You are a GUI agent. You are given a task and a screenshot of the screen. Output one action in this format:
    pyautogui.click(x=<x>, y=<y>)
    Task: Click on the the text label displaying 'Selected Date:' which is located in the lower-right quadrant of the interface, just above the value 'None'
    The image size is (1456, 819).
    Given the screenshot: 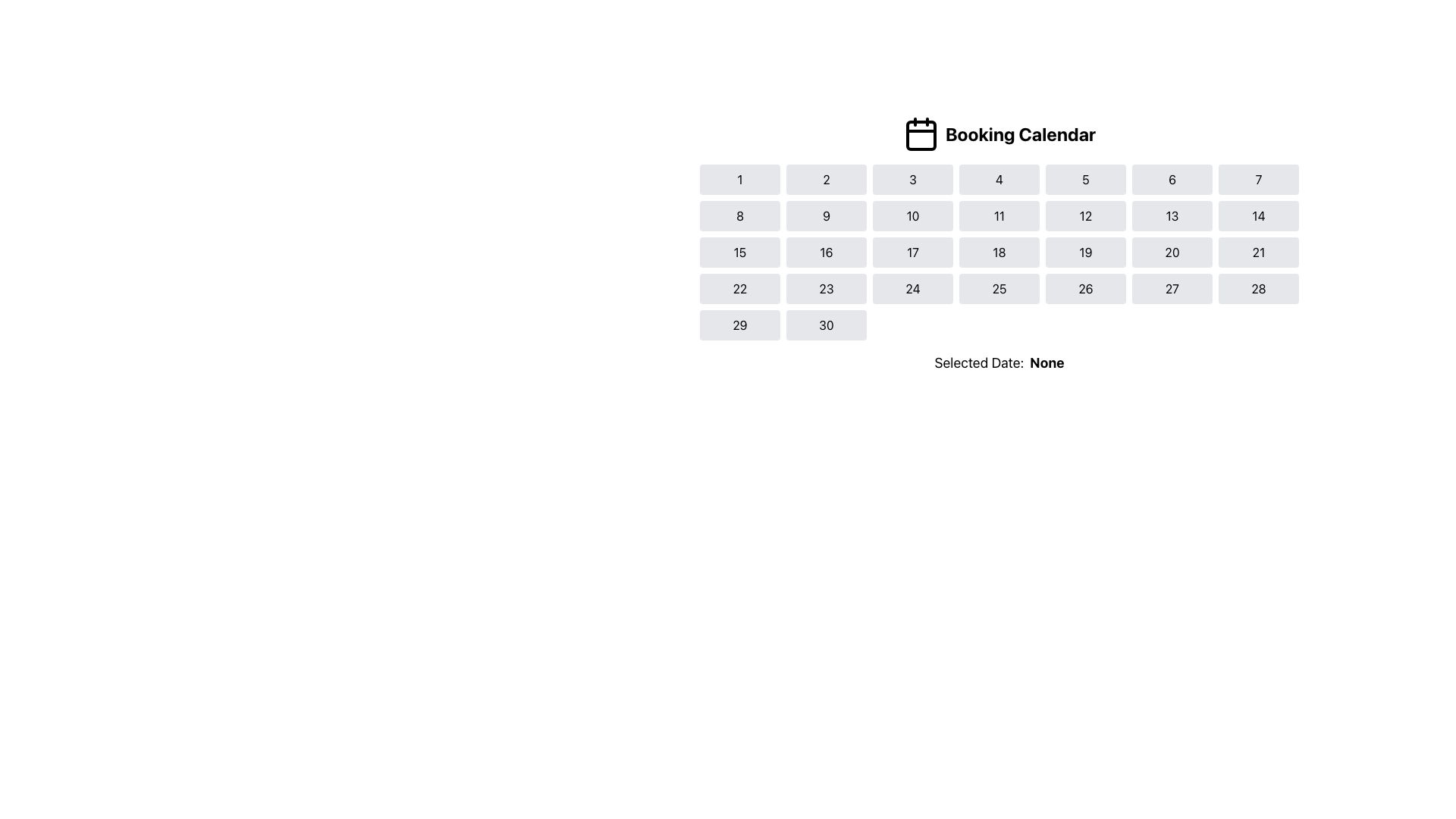 What is the action you would take?
    pyautogui.click(x=979, y=362)
    